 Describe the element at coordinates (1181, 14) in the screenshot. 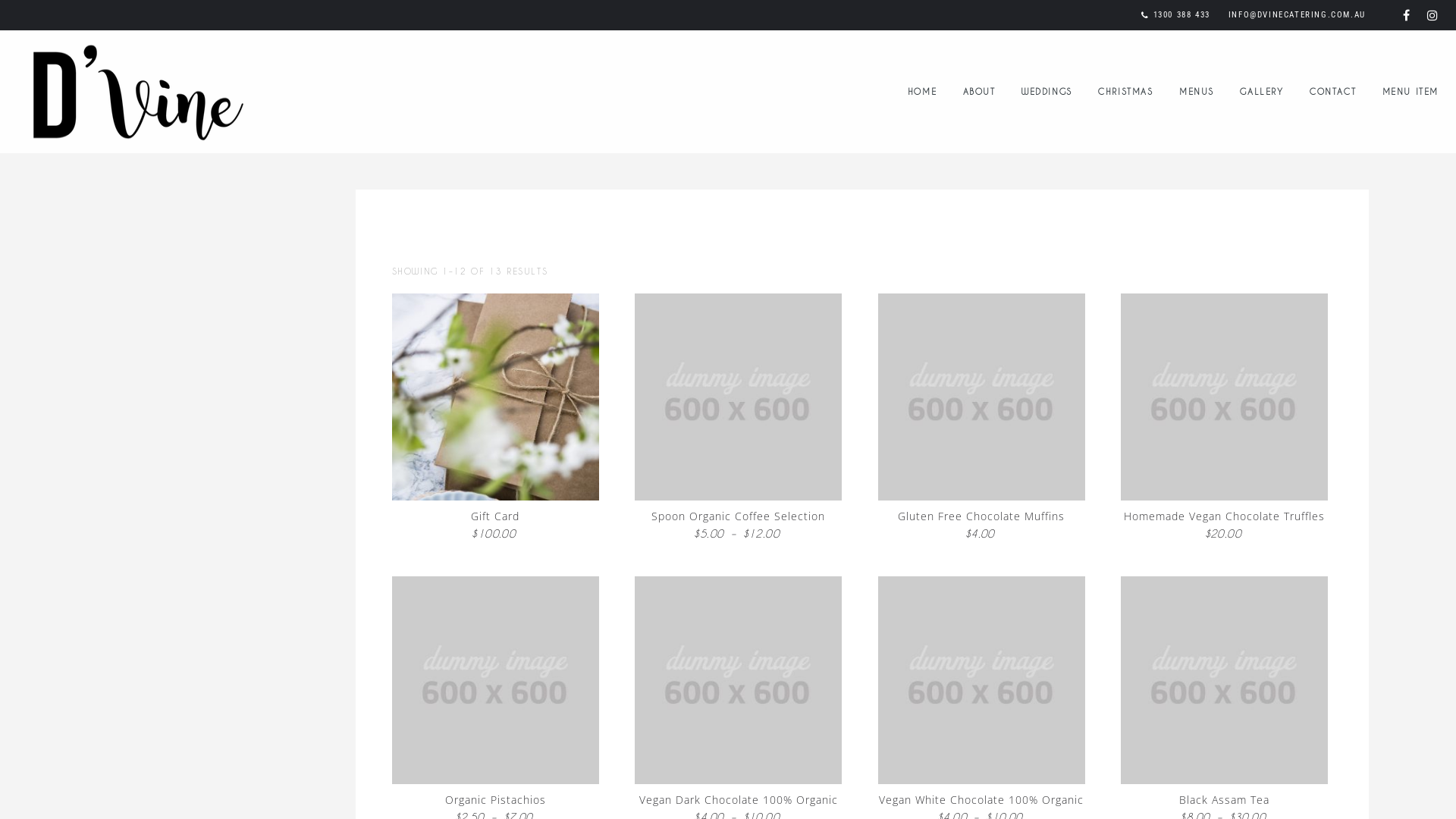

I see `'1300 388 433'` at that location.